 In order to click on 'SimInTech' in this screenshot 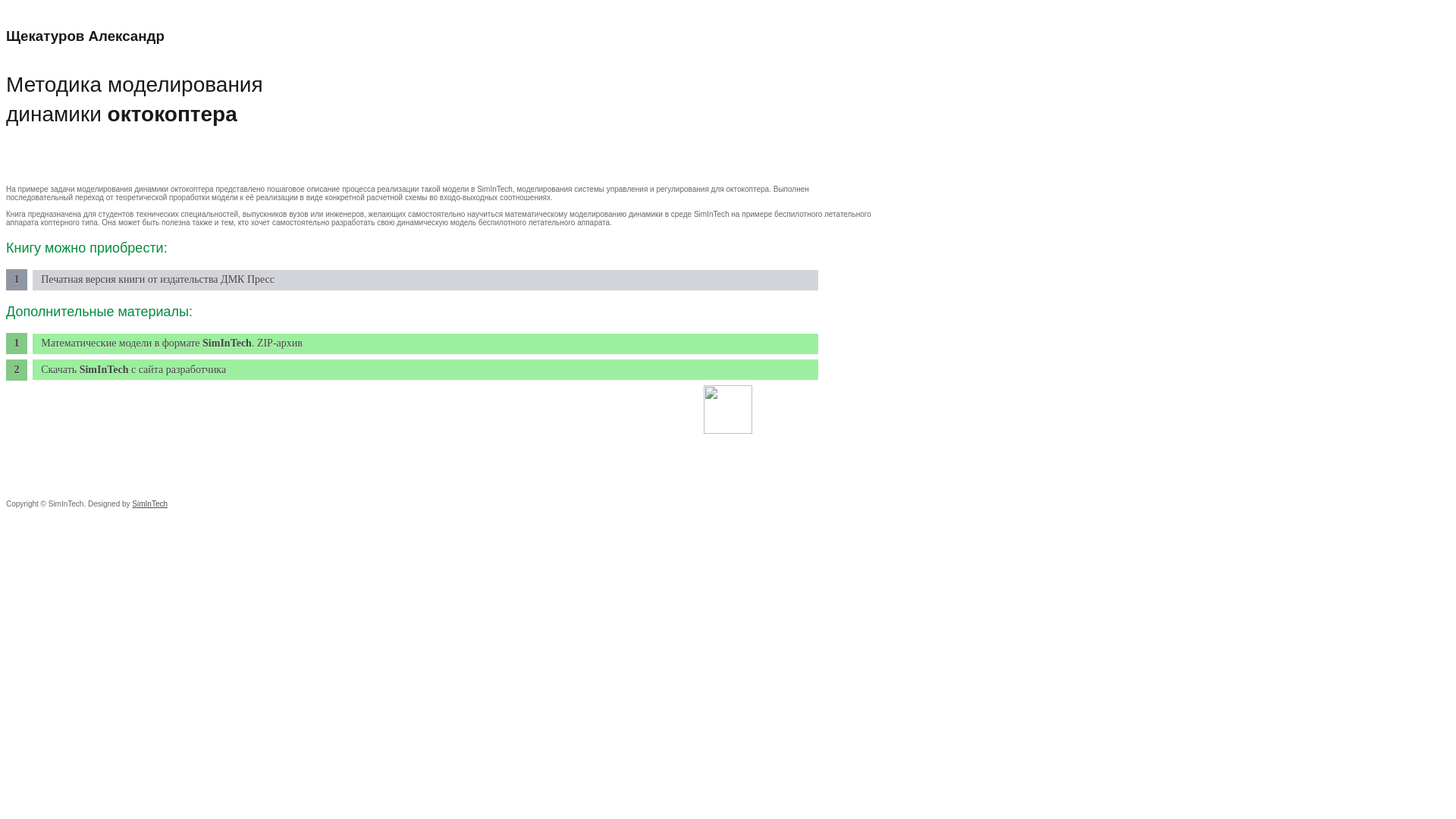, I will do `click(149, 504)`.